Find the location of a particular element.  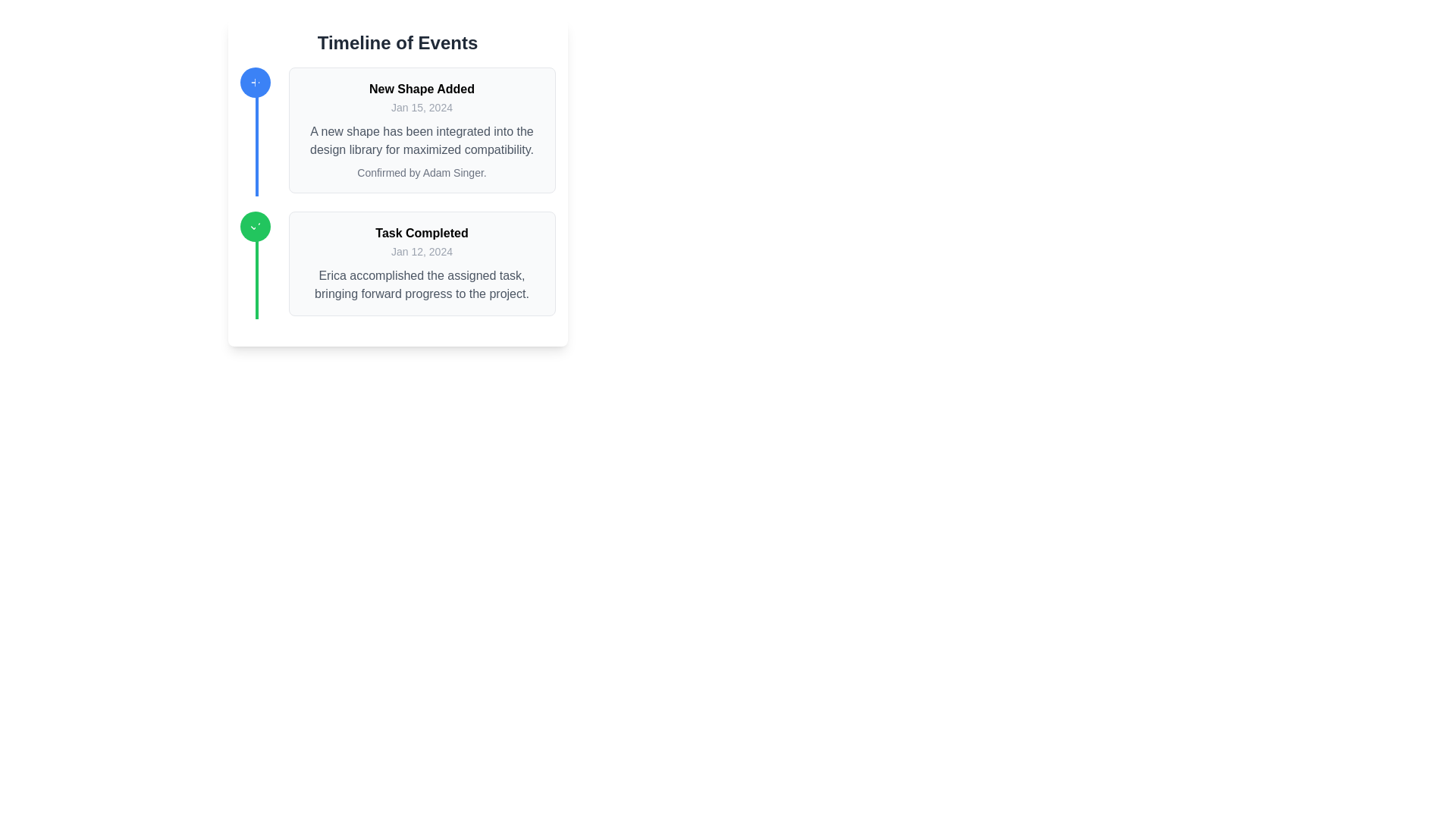

the thin vertical green line that serves as a separator between the circular icon and the text block in the 'Task Completed' section is located at coordinates (256, 265).